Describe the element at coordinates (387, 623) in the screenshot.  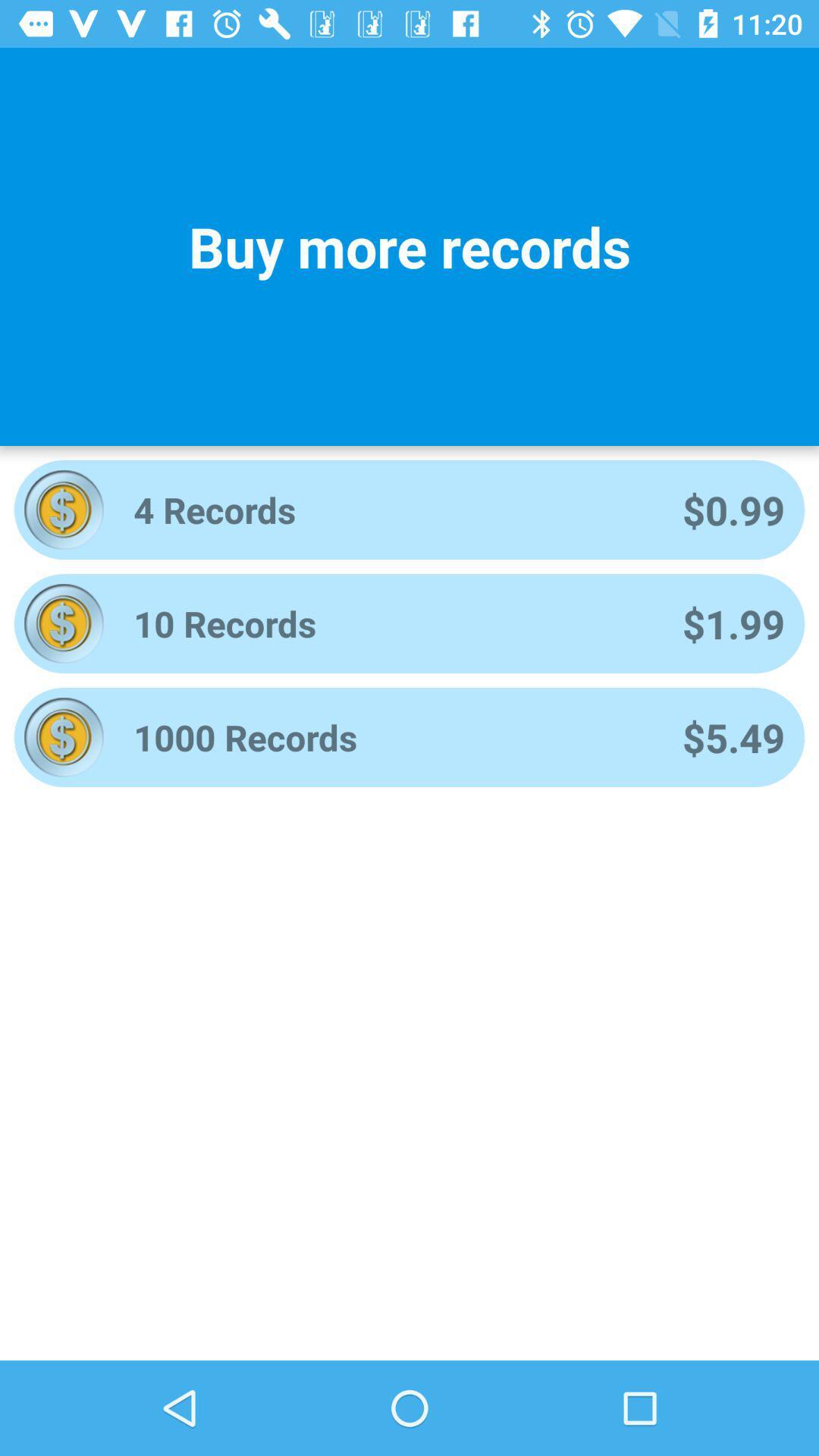
I see `icon next to $1.99 item` at that location.